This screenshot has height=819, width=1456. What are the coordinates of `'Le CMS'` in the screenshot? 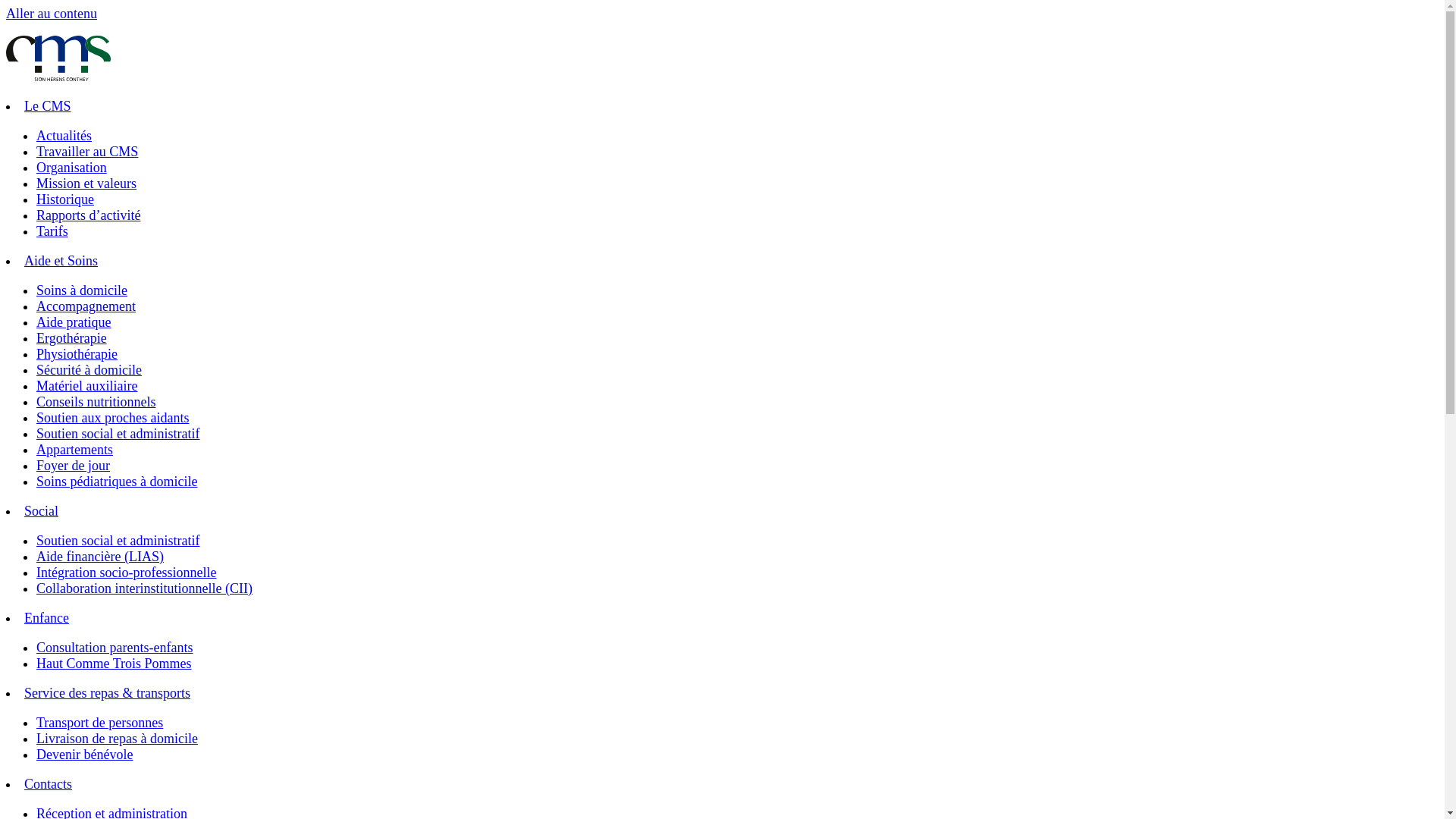 It's located at (47, 105).